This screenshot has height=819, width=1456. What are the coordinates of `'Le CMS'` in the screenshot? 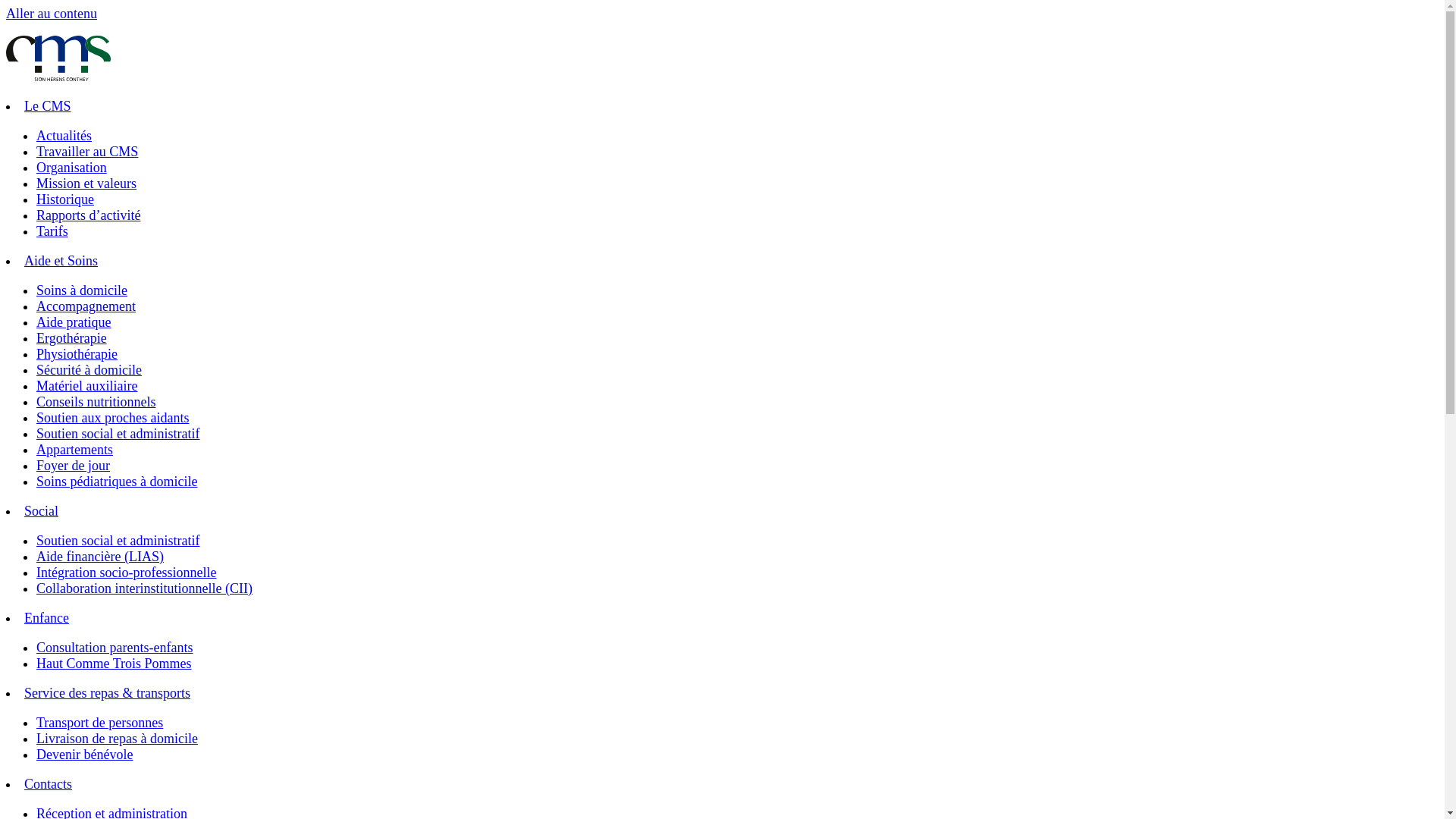 It's located at (47, 105).